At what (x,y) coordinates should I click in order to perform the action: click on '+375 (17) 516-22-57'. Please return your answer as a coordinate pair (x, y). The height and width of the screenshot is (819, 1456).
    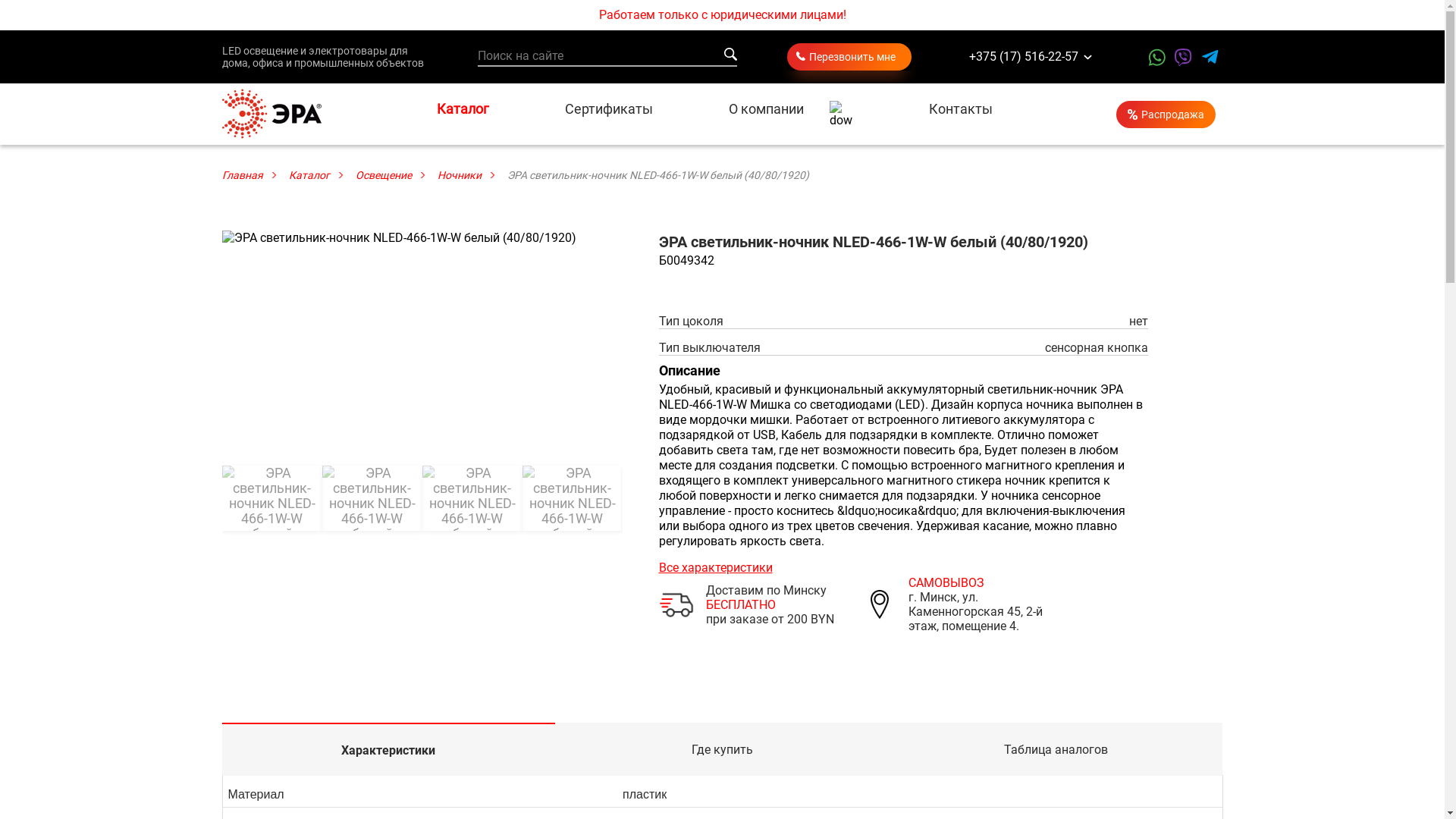
    Looking at the image, I should click on (1019, 56).